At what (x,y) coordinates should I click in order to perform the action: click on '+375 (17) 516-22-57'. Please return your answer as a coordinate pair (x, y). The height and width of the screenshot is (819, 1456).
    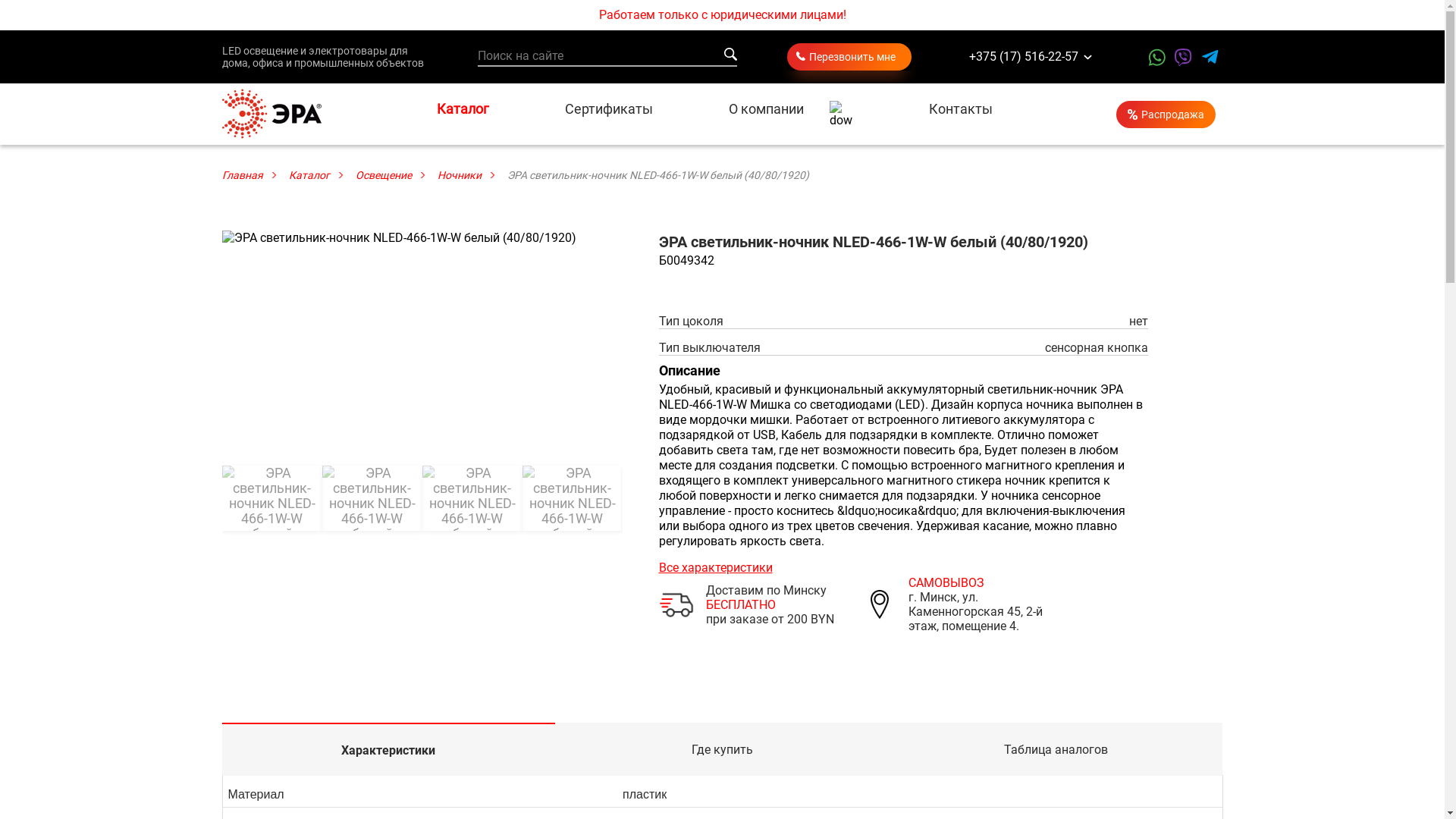
    Looking at the image, I should click on (1019, 56).